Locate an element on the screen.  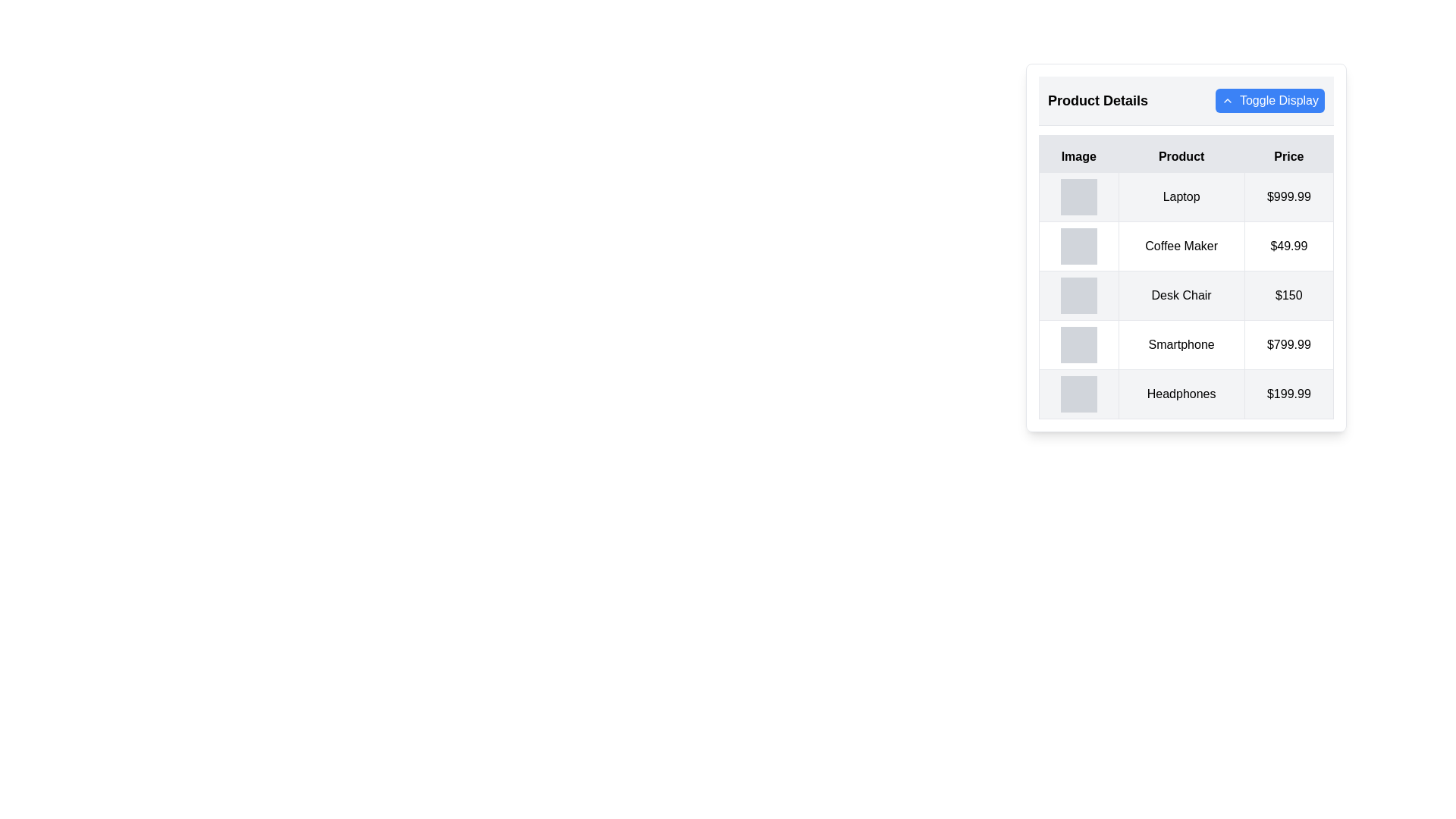
the Image placeholder located in the 'Image' column of the table next to the 'Smartphone' row by moving the cursor to its center point is located at coordinates (1078, 345).